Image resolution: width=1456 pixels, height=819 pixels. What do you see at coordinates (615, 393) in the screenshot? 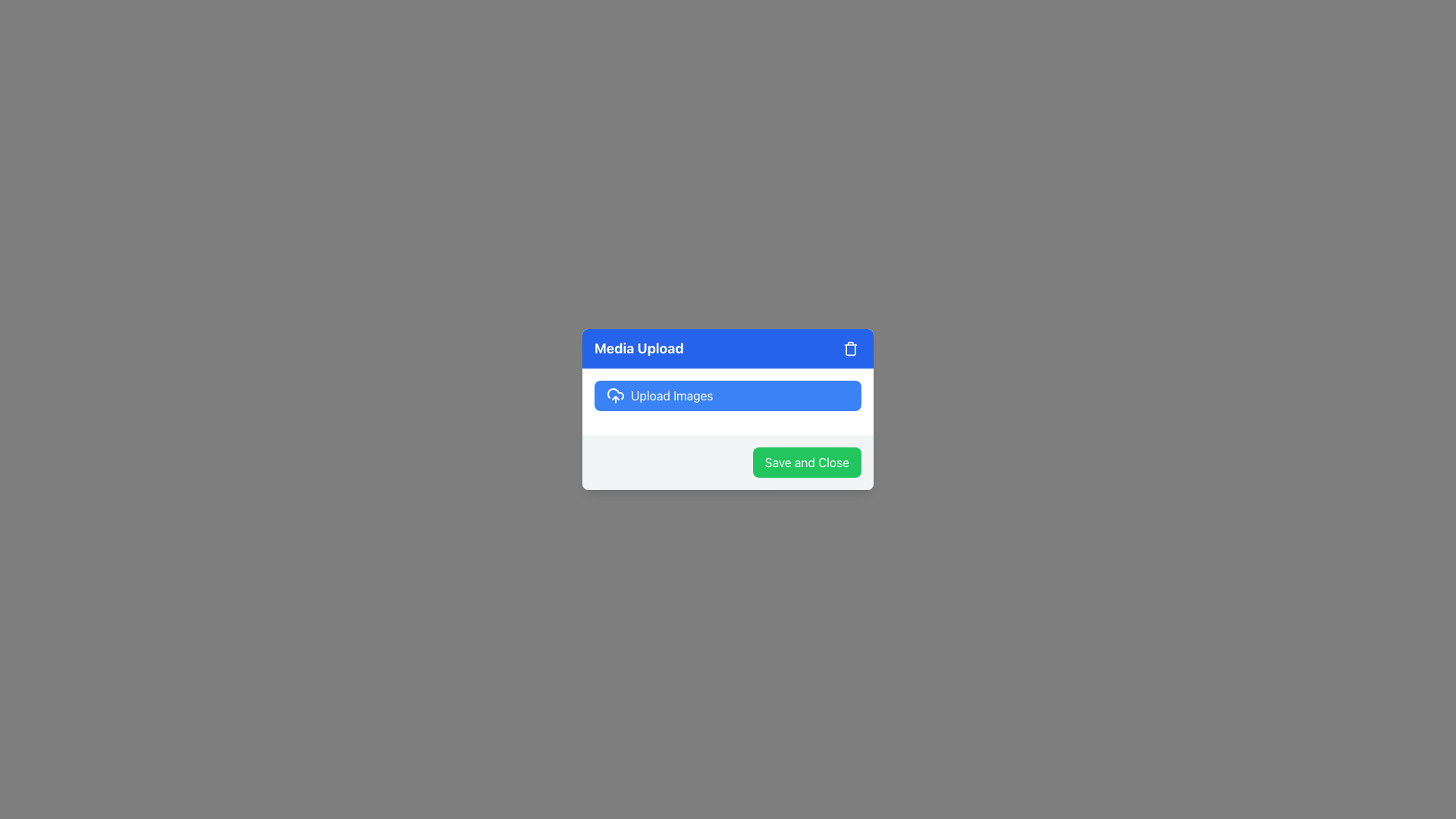
I see `the decorative cloud icon next to the 'Upload Images' button in the 'Media Upload' interface window` at bounding box center [615, 393].